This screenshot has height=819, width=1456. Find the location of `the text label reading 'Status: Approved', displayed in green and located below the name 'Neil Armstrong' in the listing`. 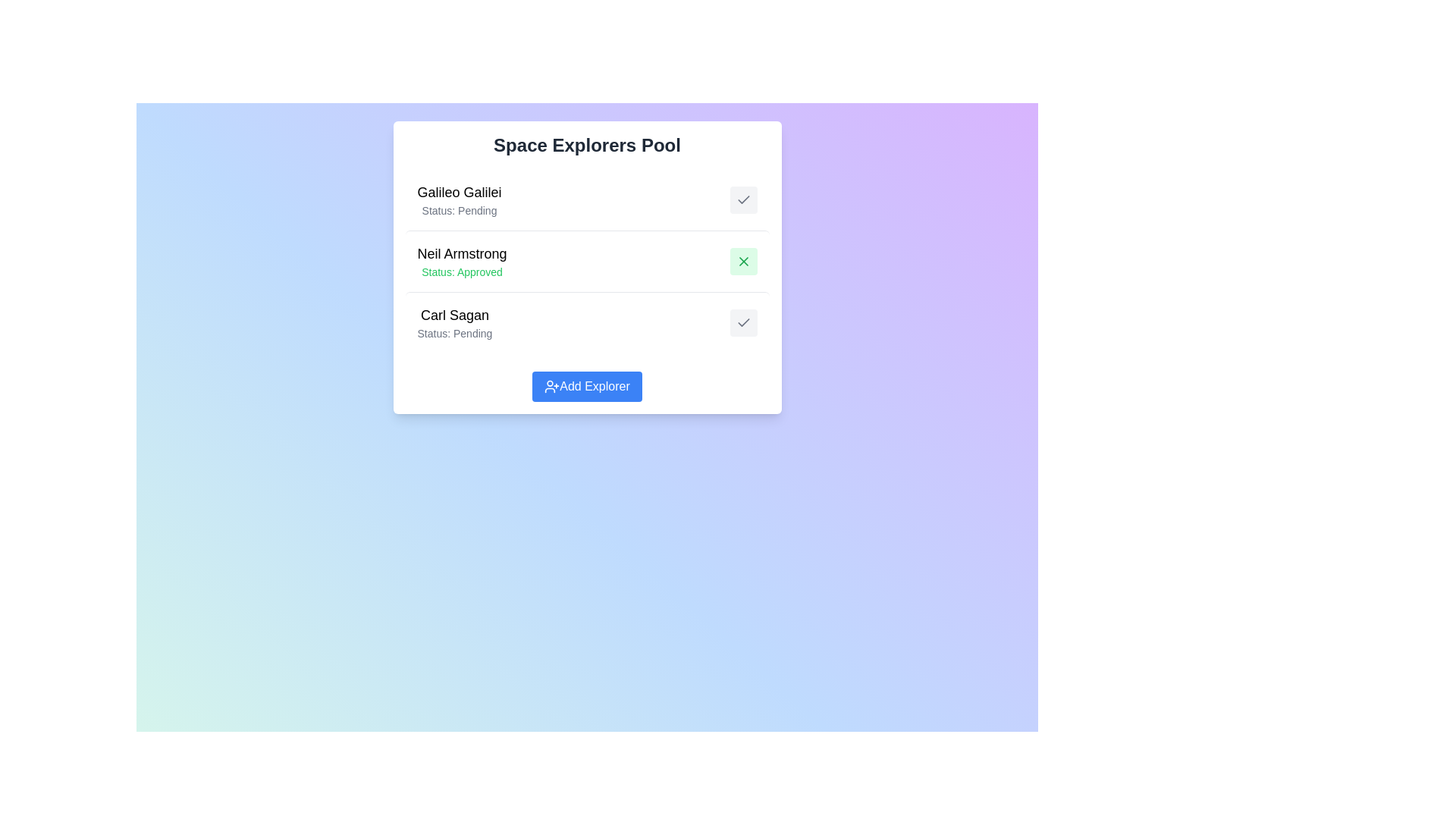

the text label reading 'Status: Approved', displayed in green and located below the name 'Neil Armstrong' in the listing is located at coordinates (461, 271).